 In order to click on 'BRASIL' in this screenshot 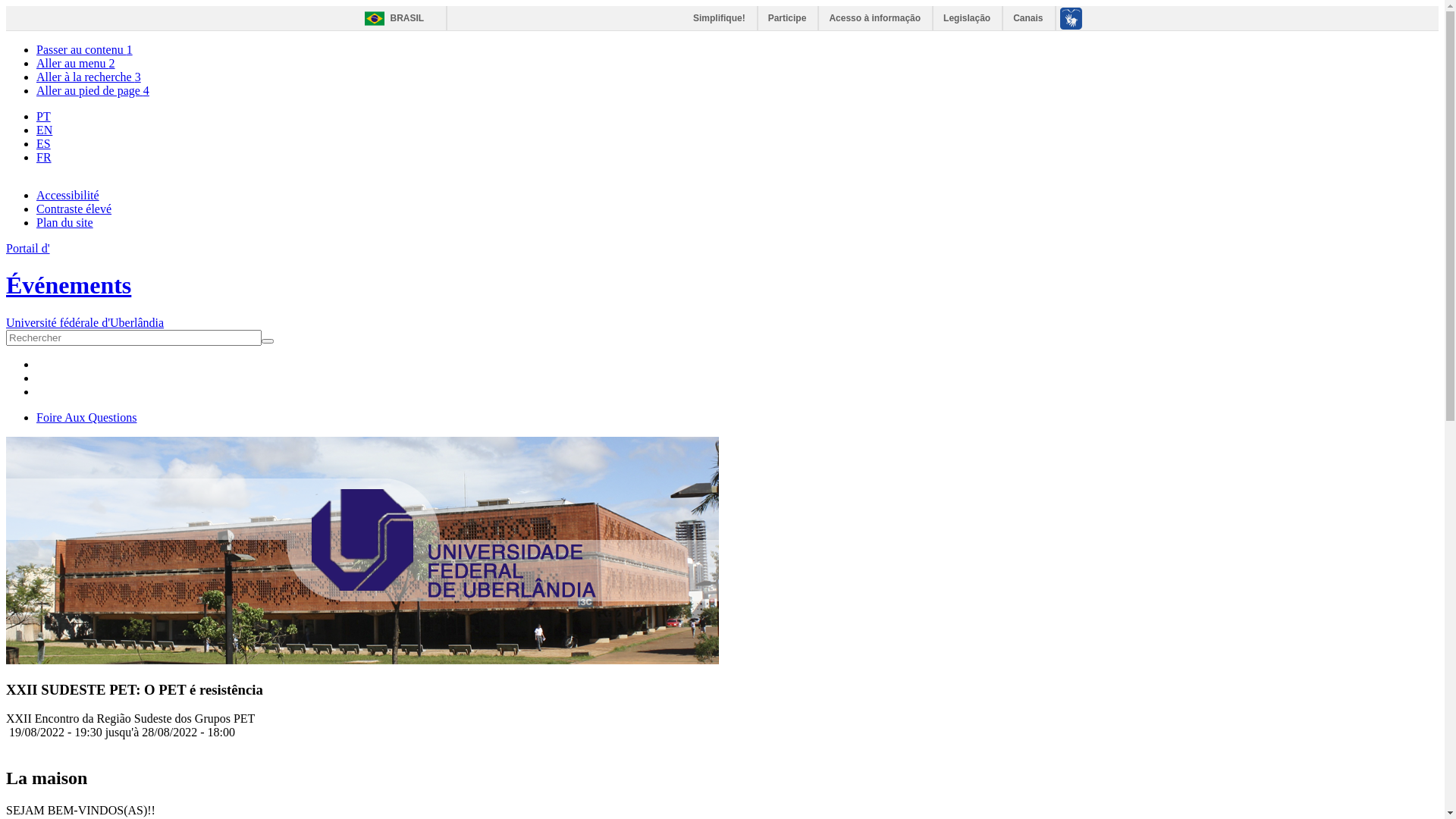, I will do `click(390, 18)`.